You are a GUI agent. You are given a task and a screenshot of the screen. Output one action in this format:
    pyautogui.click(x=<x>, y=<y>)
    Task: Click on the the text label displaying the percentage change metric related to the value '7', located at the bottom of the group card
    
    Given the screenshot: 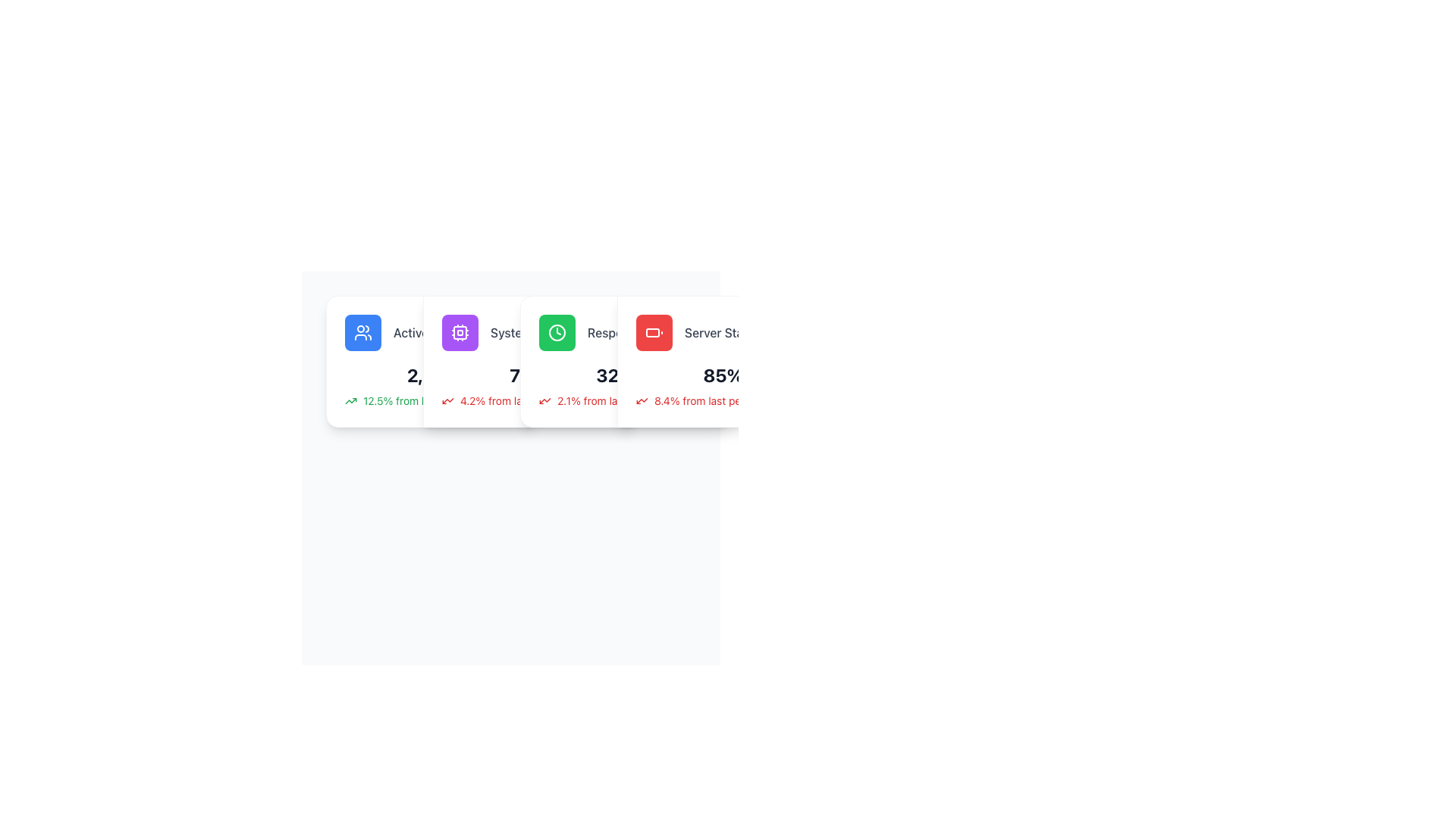 What is the action you would take?
    pyautogui.click(x=513, y=400)
    